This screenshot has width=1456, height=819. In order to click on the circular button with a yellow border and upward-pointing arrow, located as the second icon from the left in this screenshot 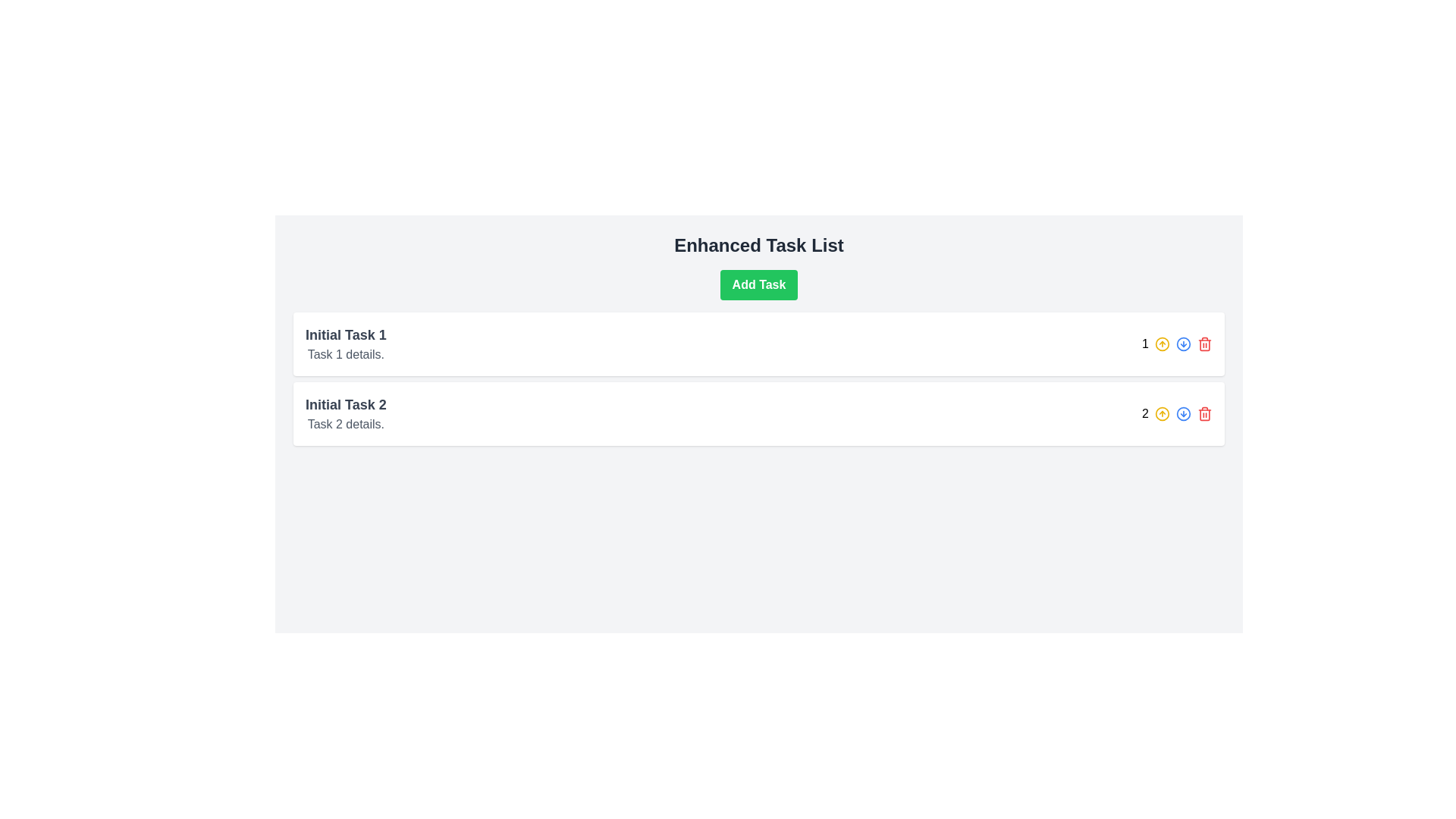, I will do `click(1161, 344)`.